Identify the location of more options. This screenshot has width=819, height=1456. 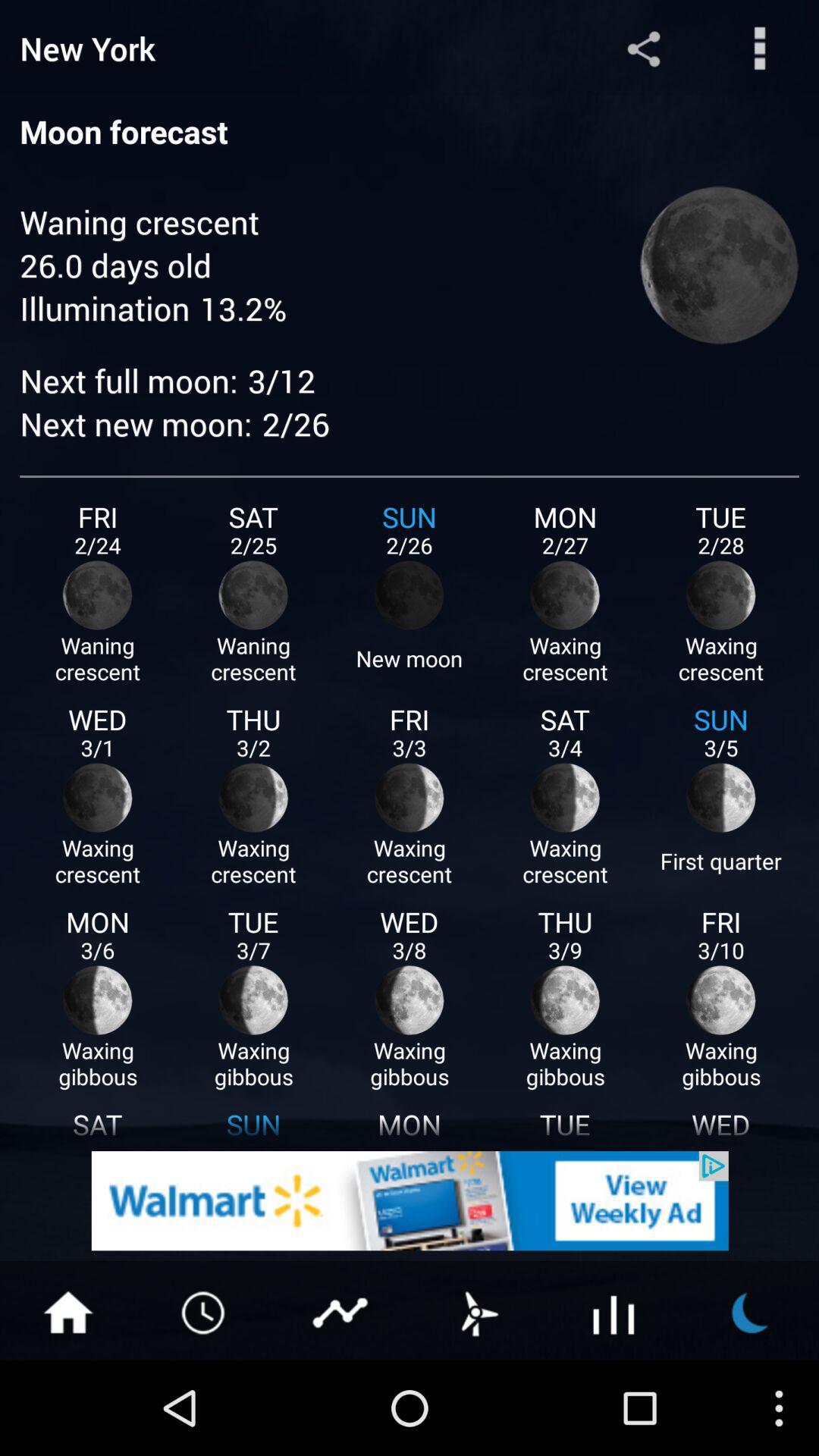
(760, 48).